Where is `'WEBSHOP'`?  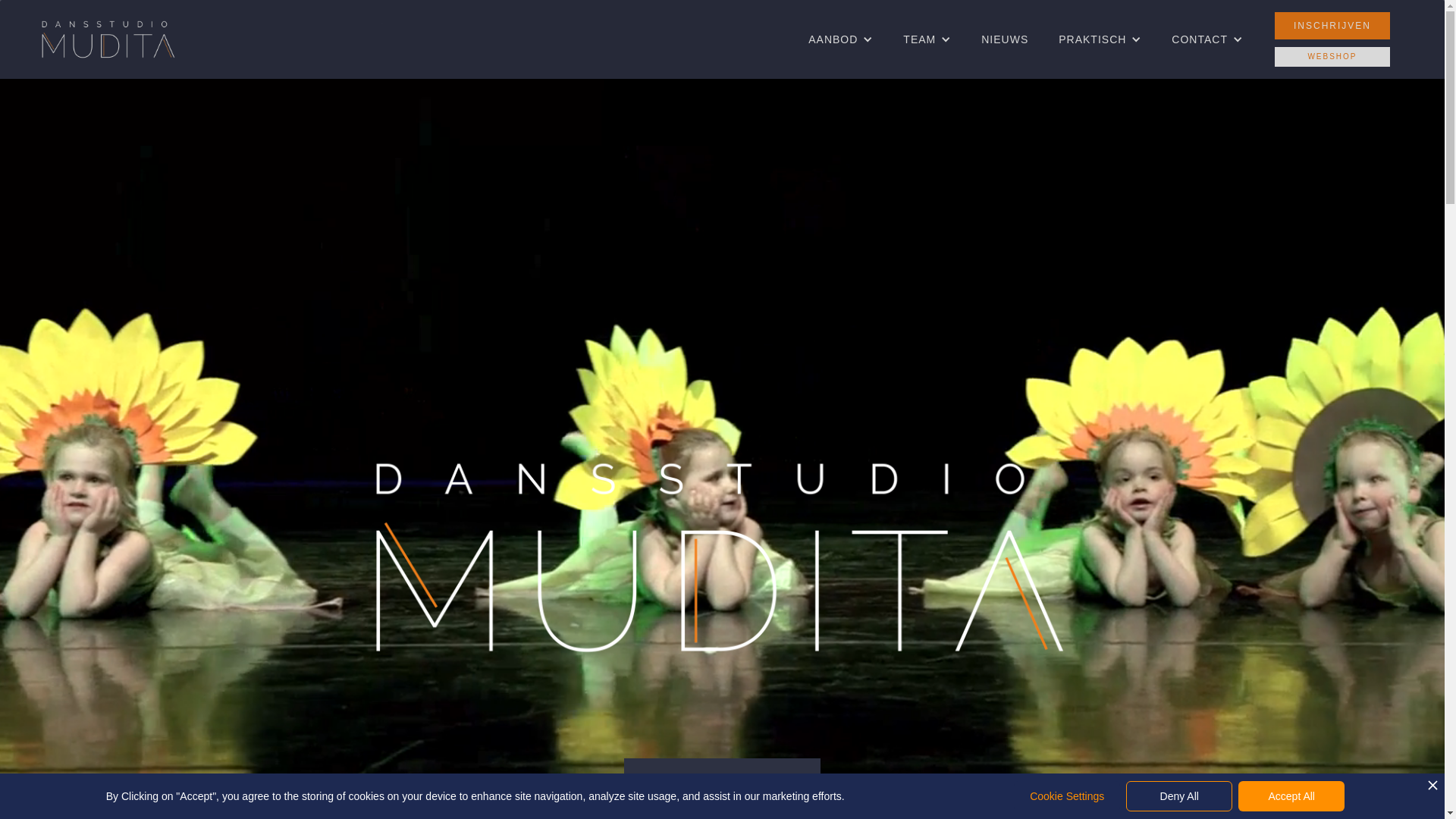 'WEBSHOP' is located at coordinates (1274, 55).